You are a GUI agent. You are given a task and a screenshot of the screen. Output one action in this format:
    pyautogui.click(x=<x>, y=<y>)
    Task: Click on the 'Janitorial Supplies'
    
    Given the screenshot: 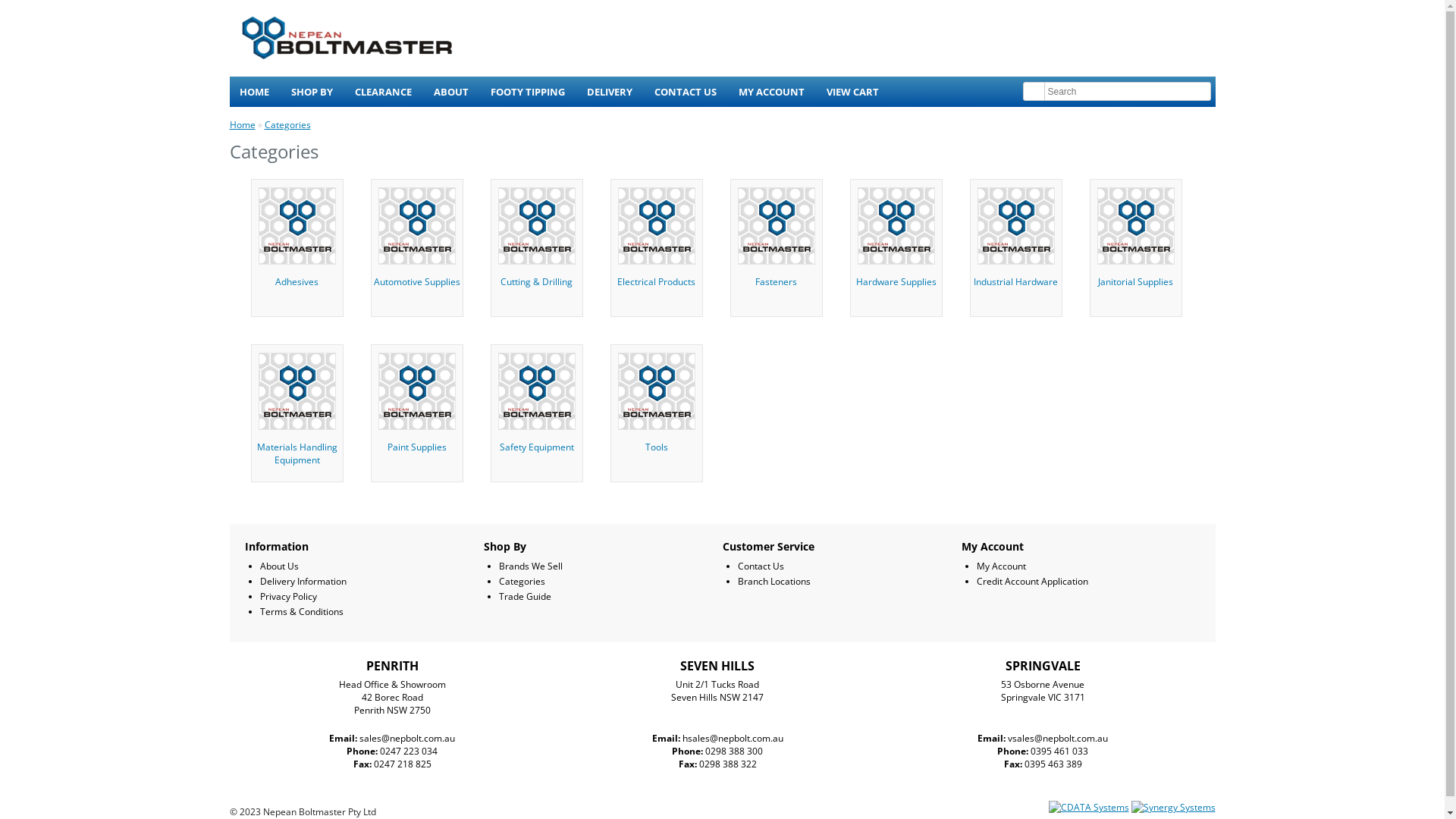 What is the action you would take?
    pyautogui.click(x=1135, y=242)
    